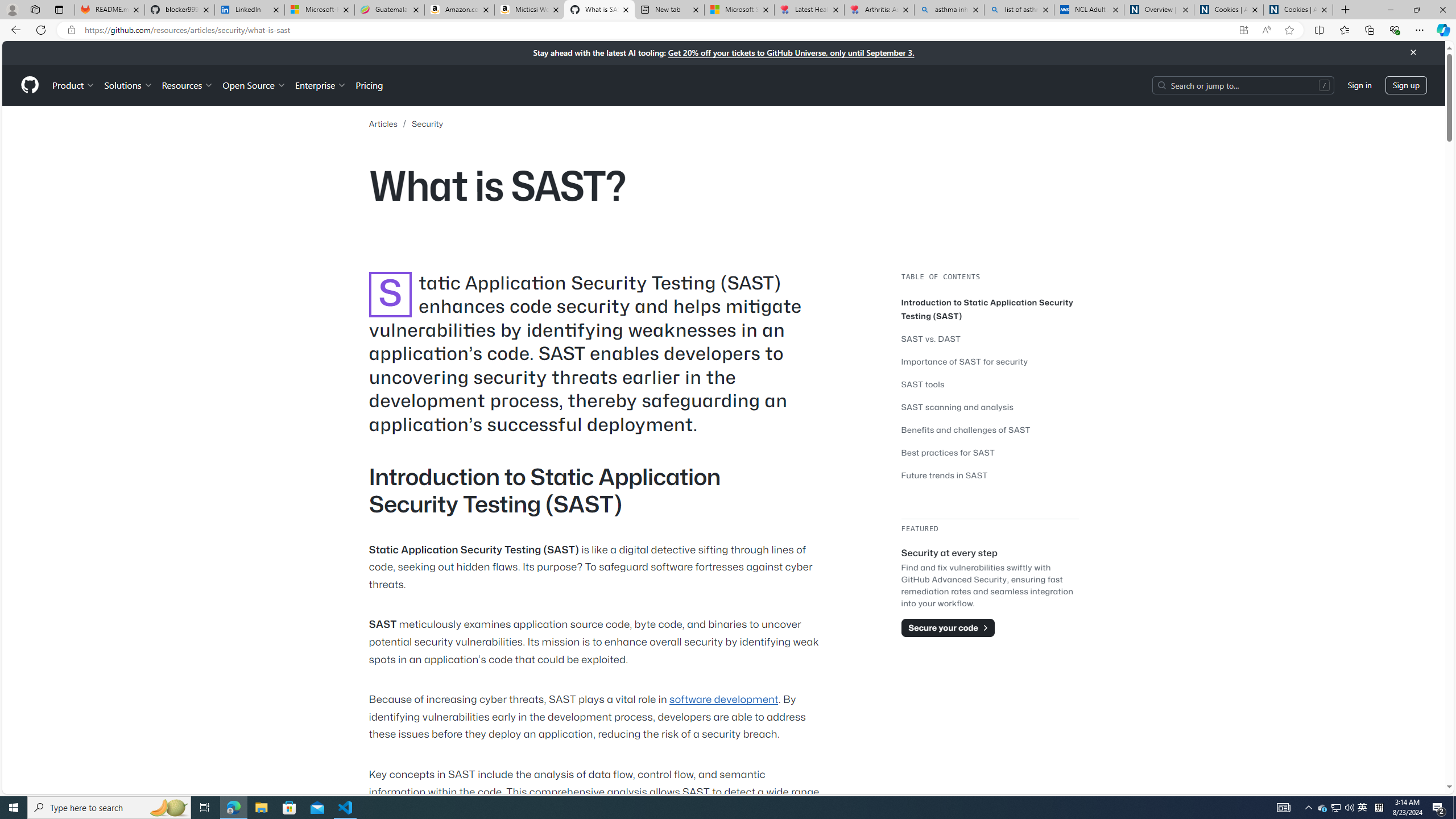 Image resolution: width=1456 pixels, height=819 pixels. What do you see at coordinates (250, 9) in the screenshot?
I see `'LinkedIn'` at bounding box center [250, 9].